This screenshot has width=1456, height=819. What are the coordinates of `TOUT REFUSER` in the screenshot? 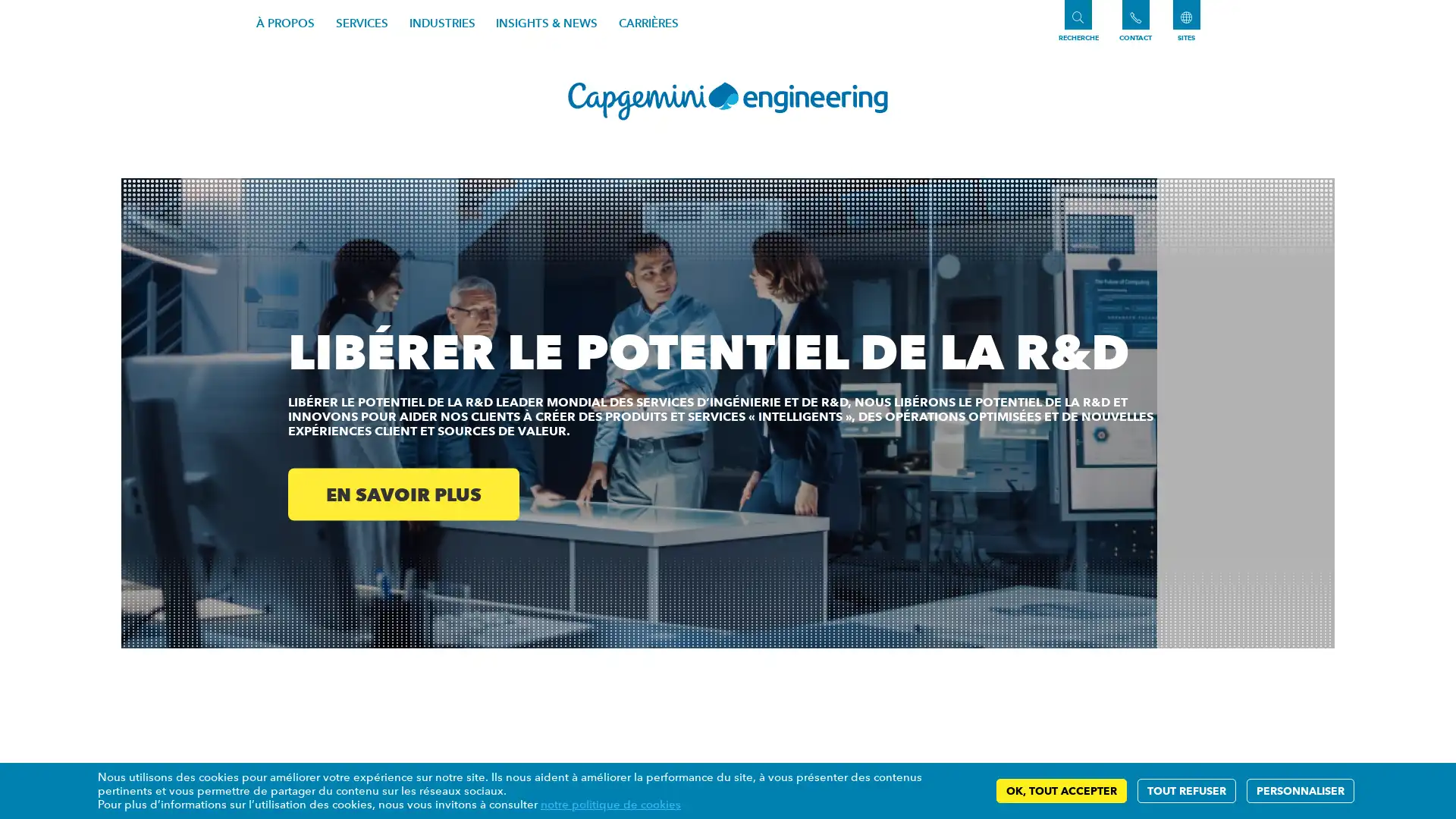 It's located at (1185, 789).